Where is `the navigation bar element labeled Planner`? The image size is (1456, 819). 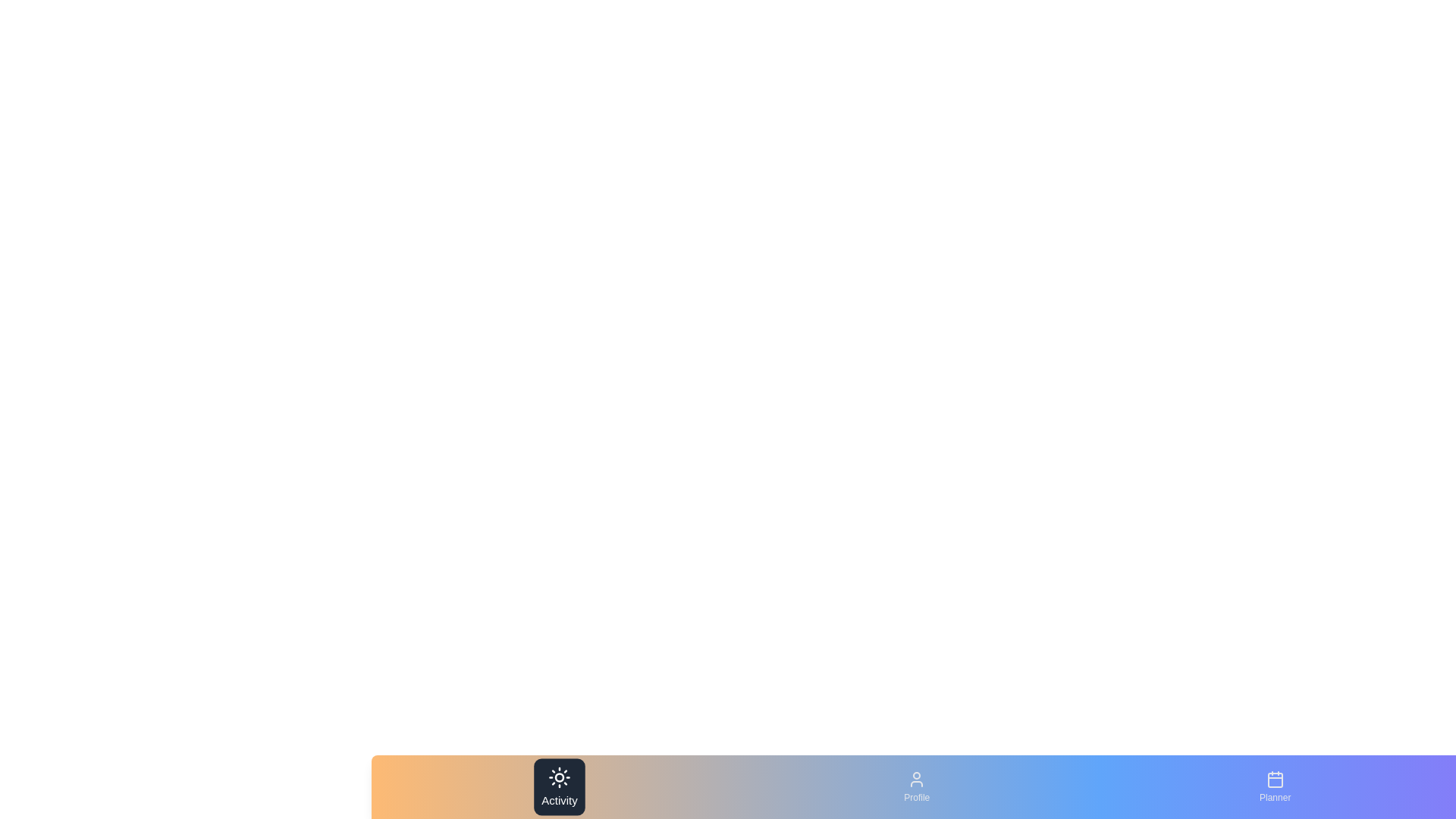 the navigation bar element labeled Planner is located at coordinates (1274, 786).